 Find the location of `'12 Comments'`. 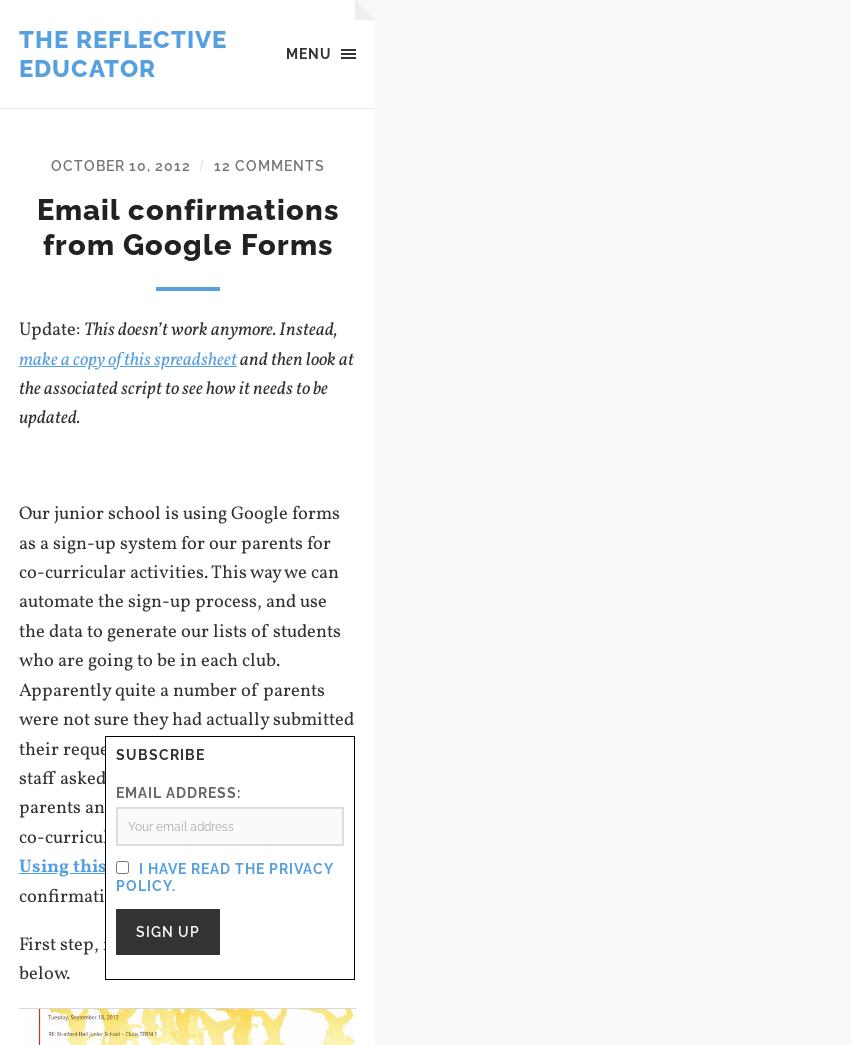

'12 Comments' is located at coordinates (267, 164).